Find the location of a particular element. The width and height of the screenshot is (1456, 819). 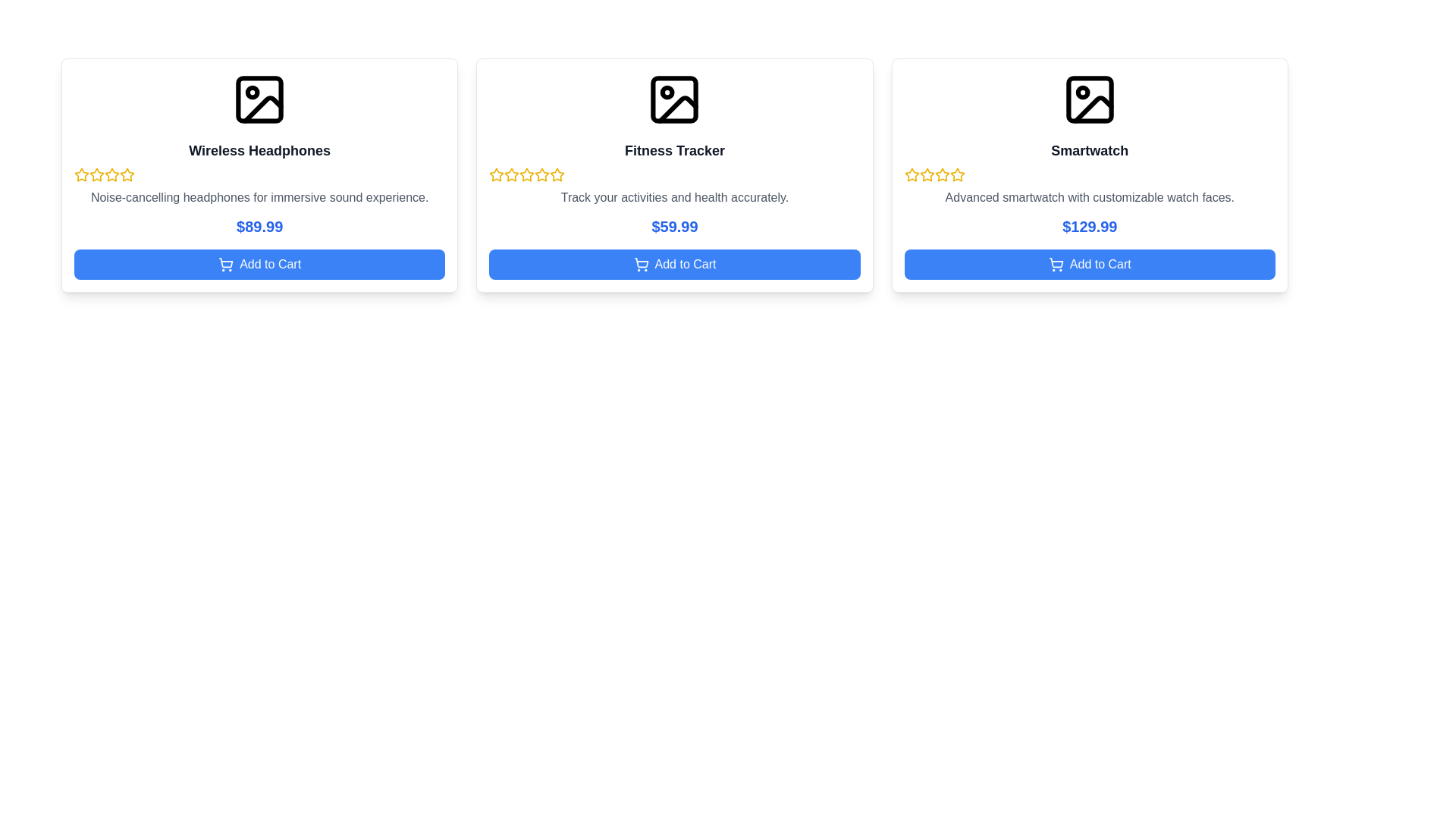

the first yellow star icon used for ratings, located below the title 'Wireless Headphones' is located at coordinates (81, 174).